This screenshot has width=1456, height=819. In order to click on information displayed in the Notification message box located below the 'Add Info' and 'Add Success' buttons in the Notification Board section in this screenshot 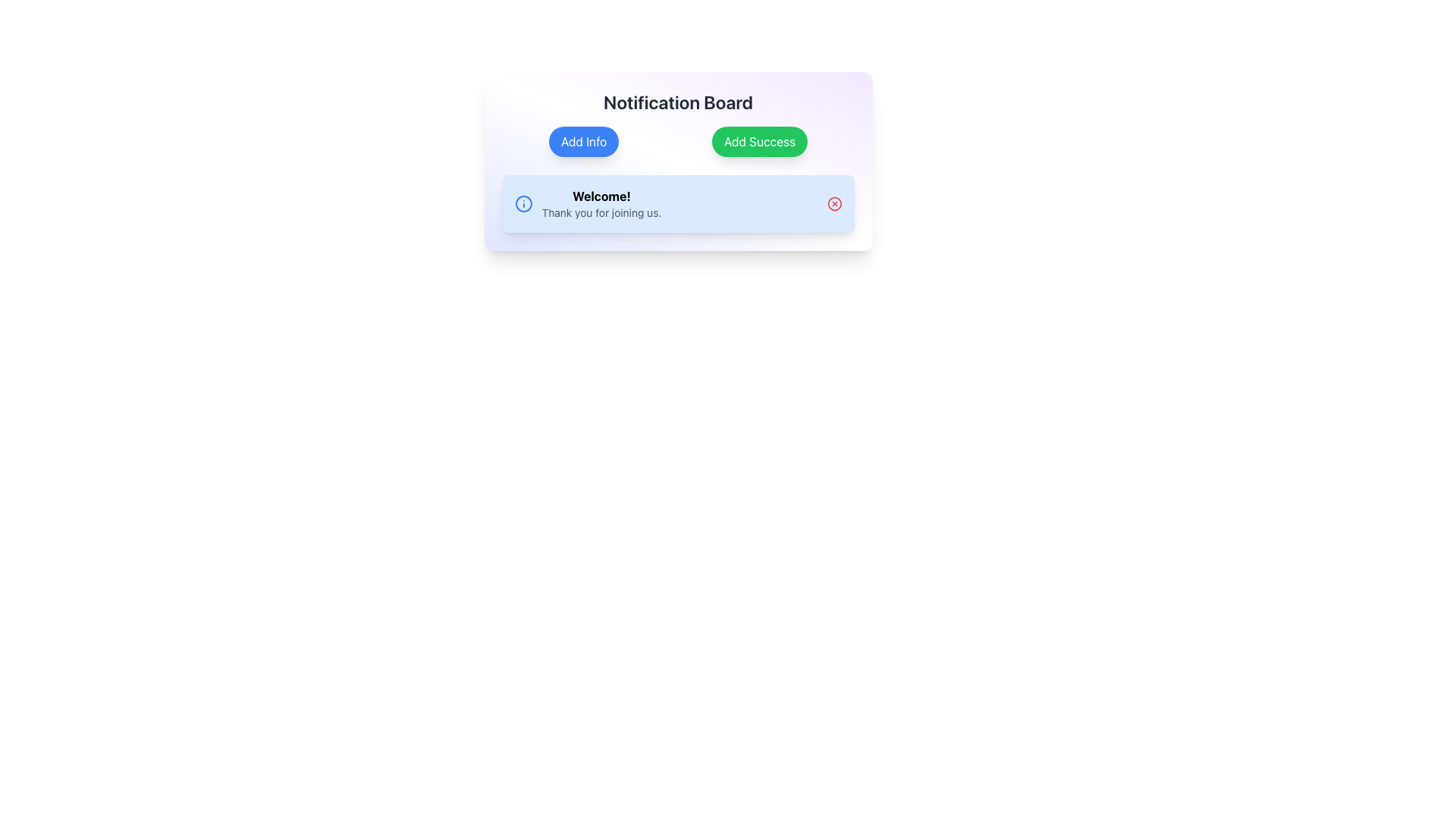, I will do `click(677, 203)`.